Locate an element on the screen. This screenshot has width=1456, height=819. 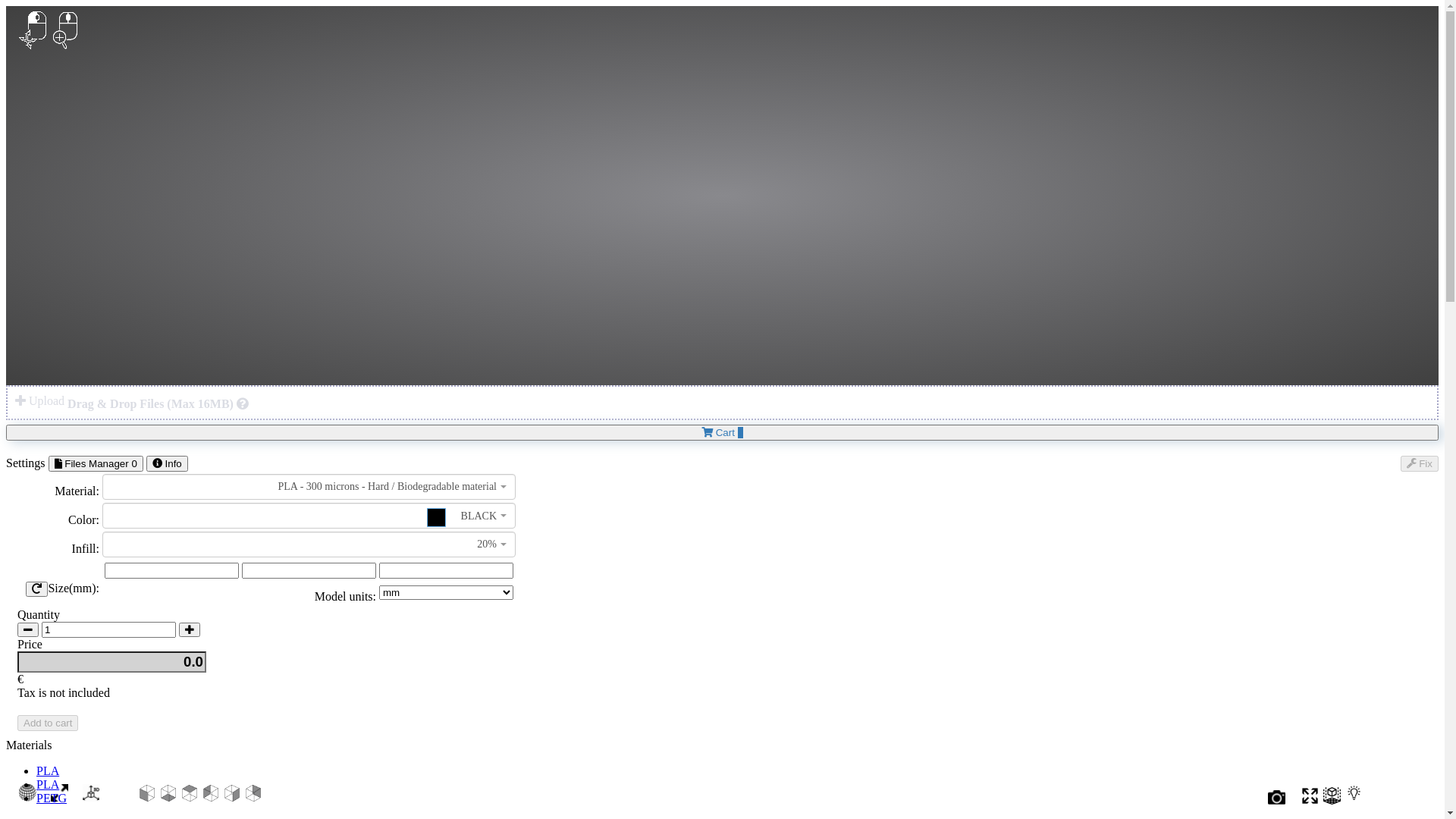
'Fullscreen' is located at coordinates (1309, 799).